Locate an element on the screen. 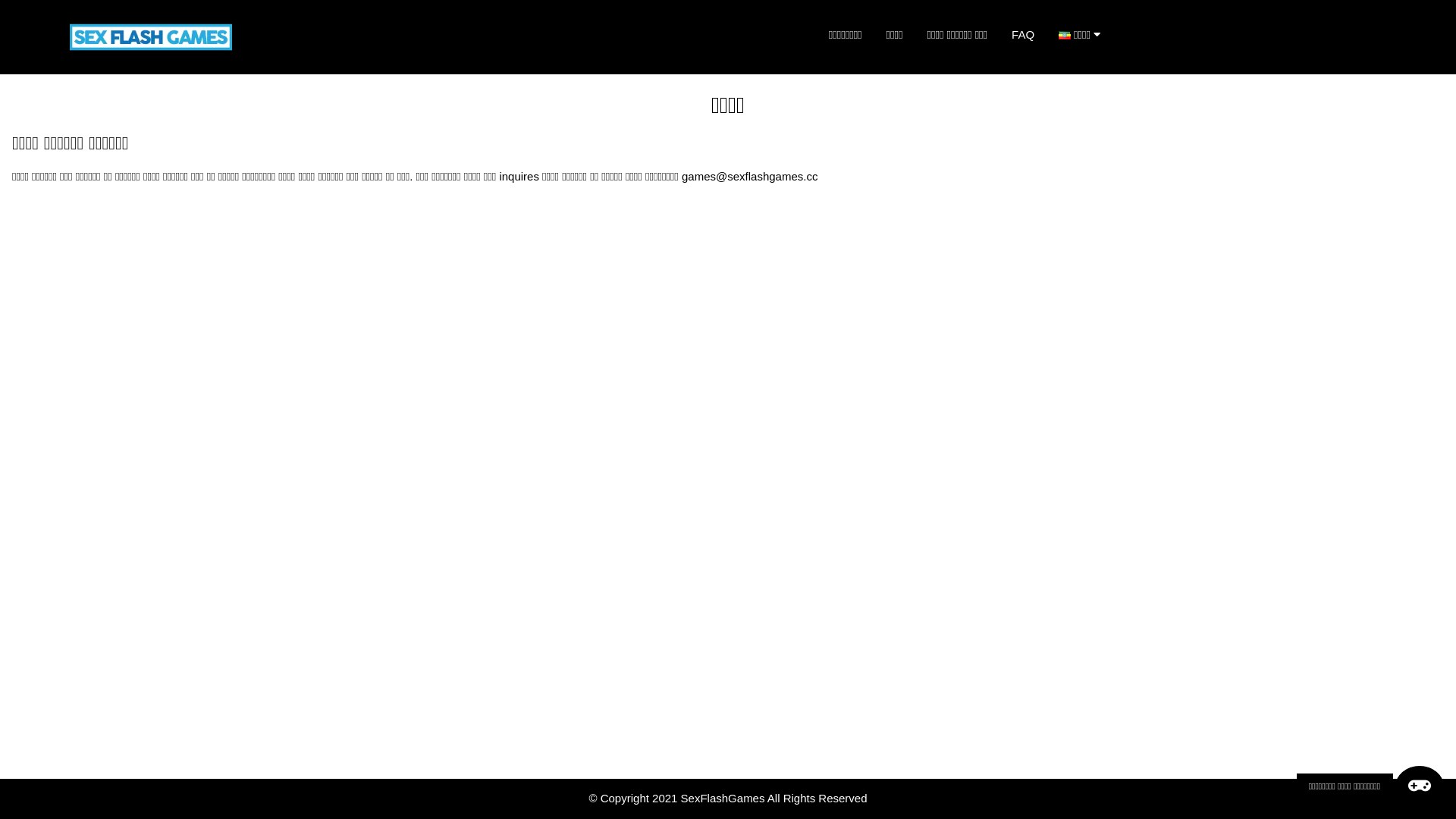  'FAQ' is located at coordinates (1022, 34).